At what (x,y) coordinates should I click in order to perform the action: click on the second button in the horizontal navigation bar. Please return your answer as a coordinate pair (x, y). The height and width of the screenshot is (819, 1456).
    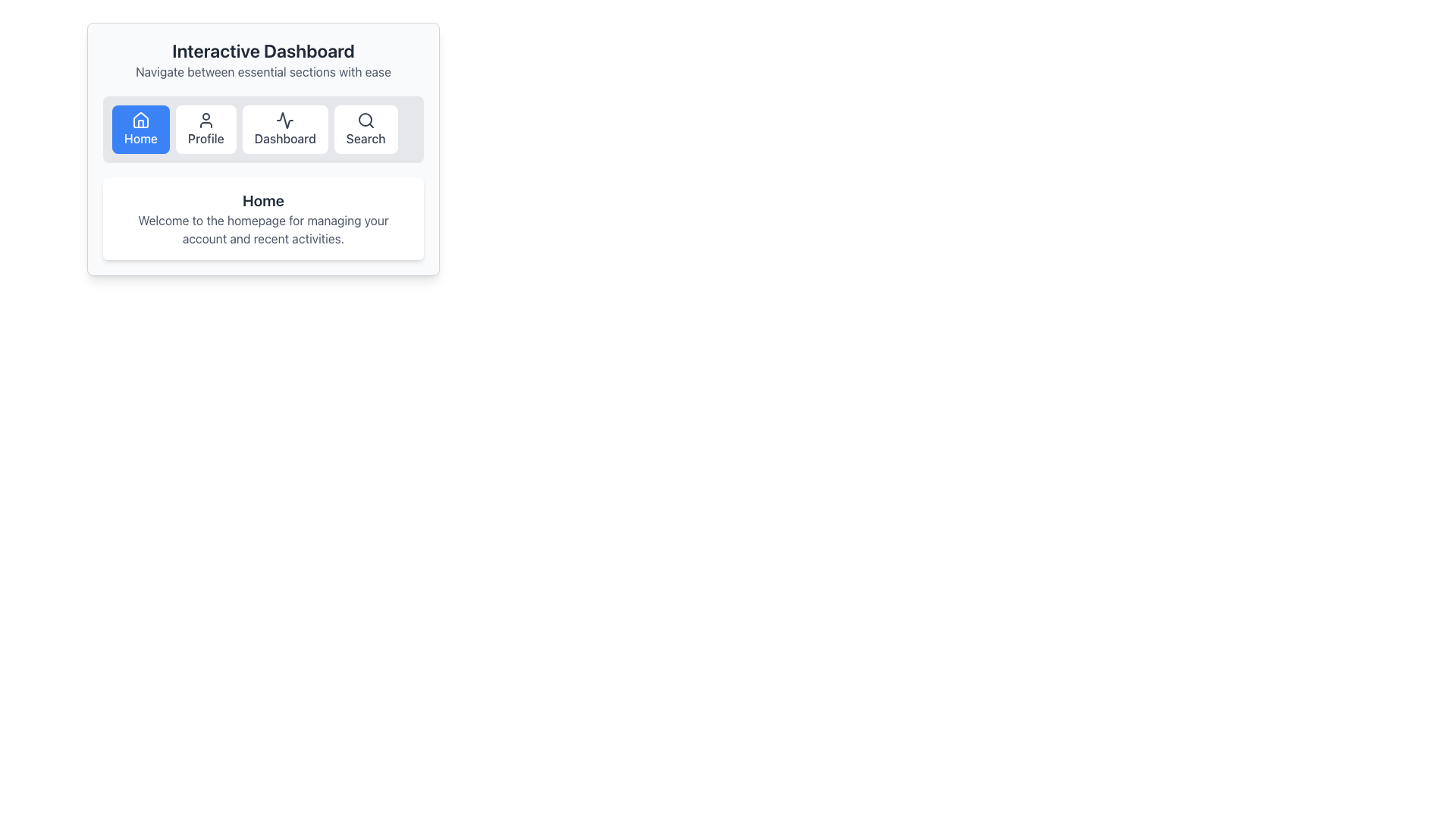
    Looking at the image, I should click on (205, 128).